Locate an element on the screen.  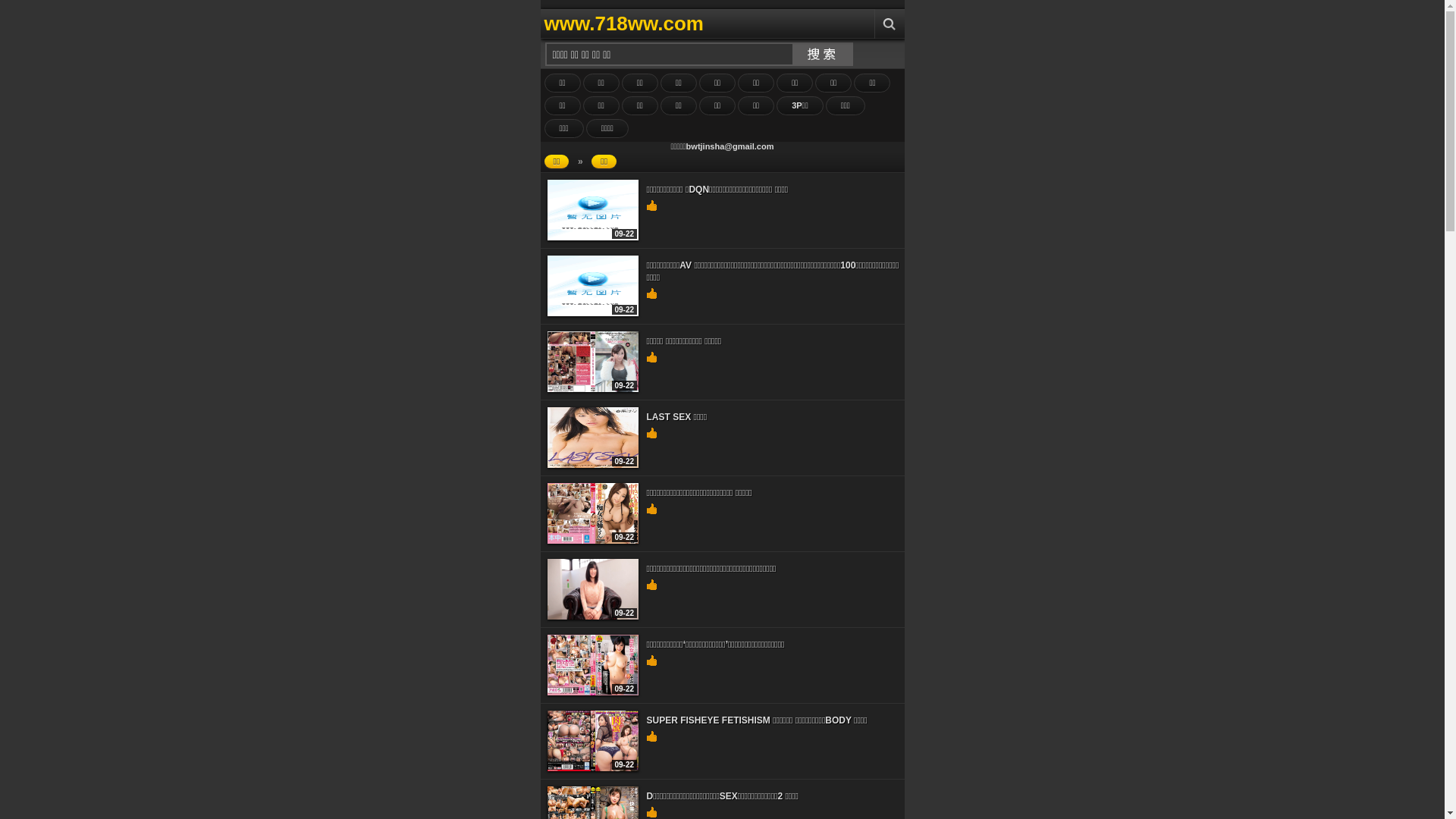
'Search' is located at coordinates (888, 24).